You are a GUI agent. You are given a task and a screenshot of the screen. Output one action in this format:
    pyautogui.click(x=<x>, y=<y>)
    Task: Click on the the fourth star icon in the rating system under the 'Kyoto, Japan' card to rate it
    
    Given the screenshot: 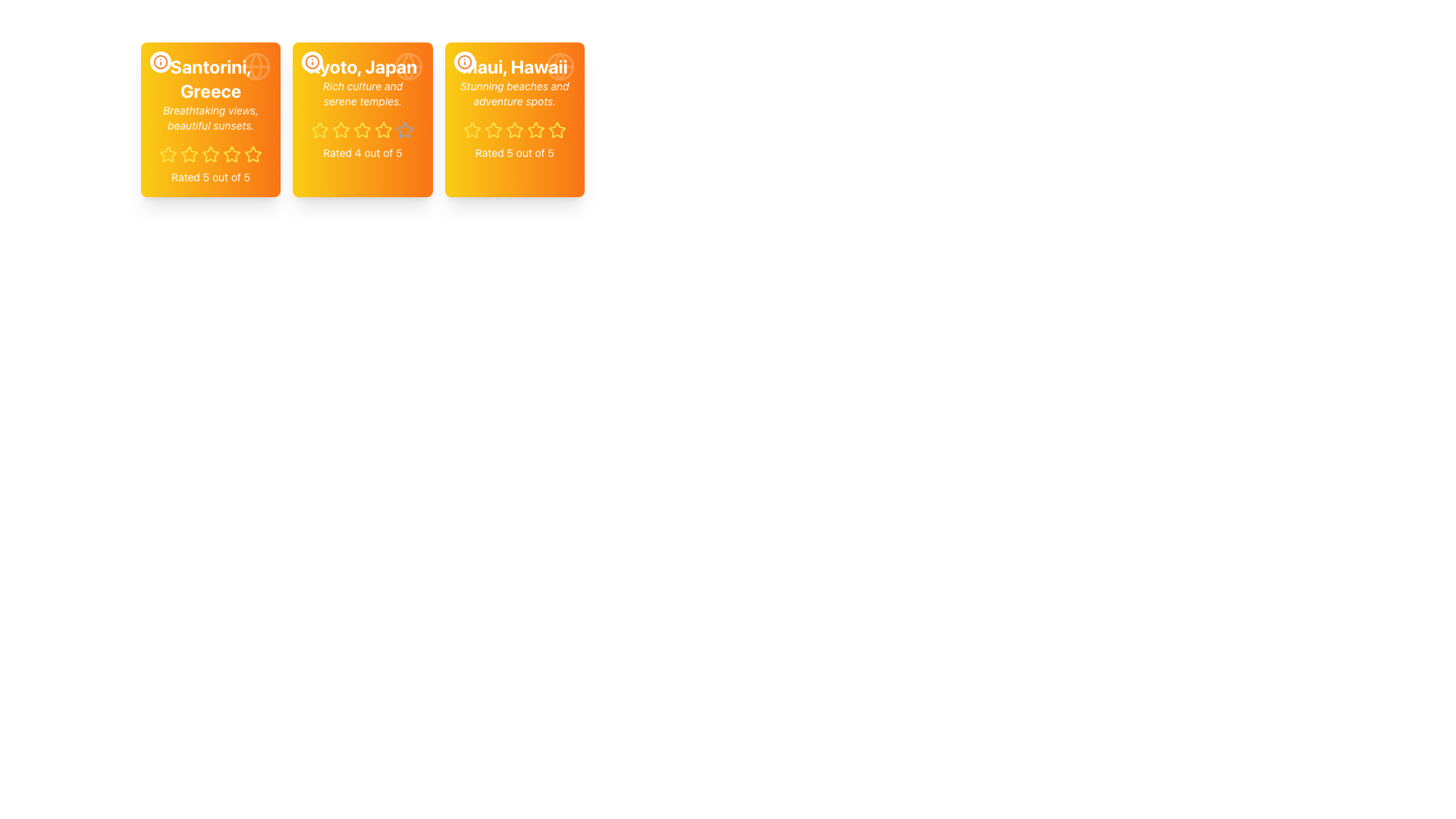 What is the action you would take?
    pyautogui.click(x=405, y=129)
    